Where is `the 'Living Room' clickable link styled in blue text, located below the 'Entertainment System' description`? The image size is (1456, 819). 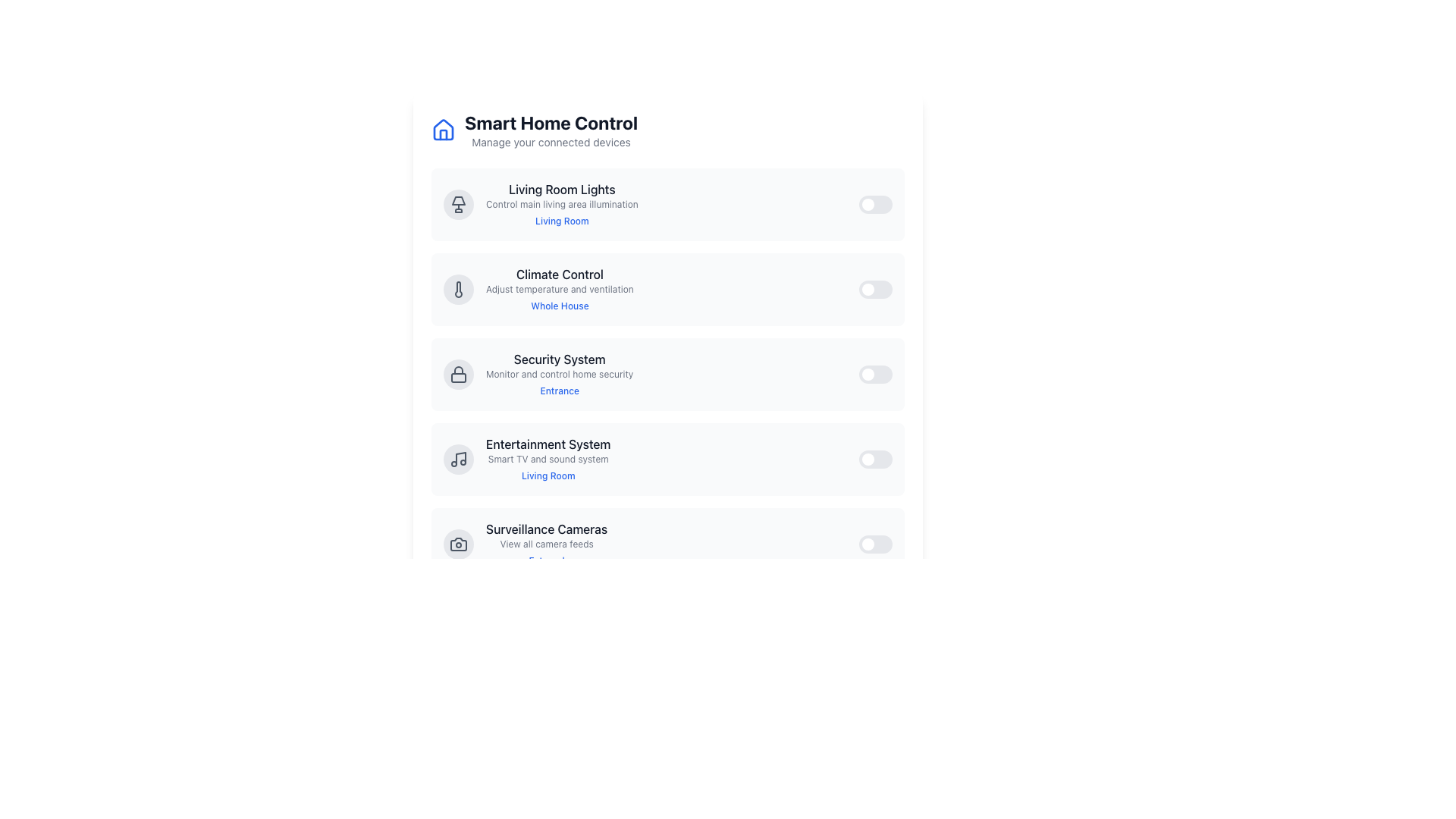
the 'Living Room' clickable link styled in blue text, located below the 'Entertainment System' description is located at coordinates (548, 475).